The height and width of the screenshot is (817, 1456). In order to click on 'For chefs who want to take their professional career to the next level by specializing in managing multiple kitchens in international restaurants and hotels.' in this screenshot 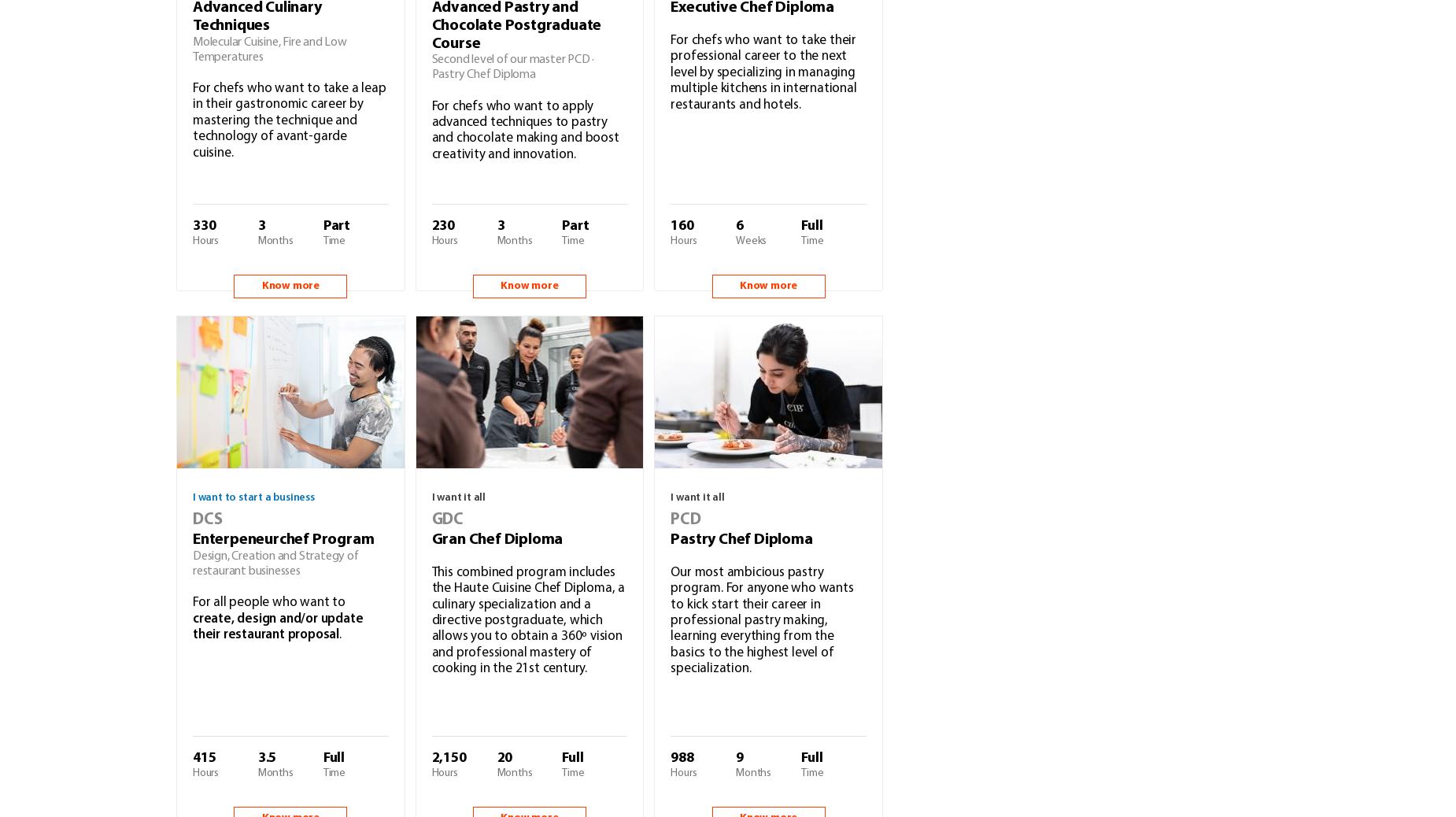, I will do `click(762, 71)`.